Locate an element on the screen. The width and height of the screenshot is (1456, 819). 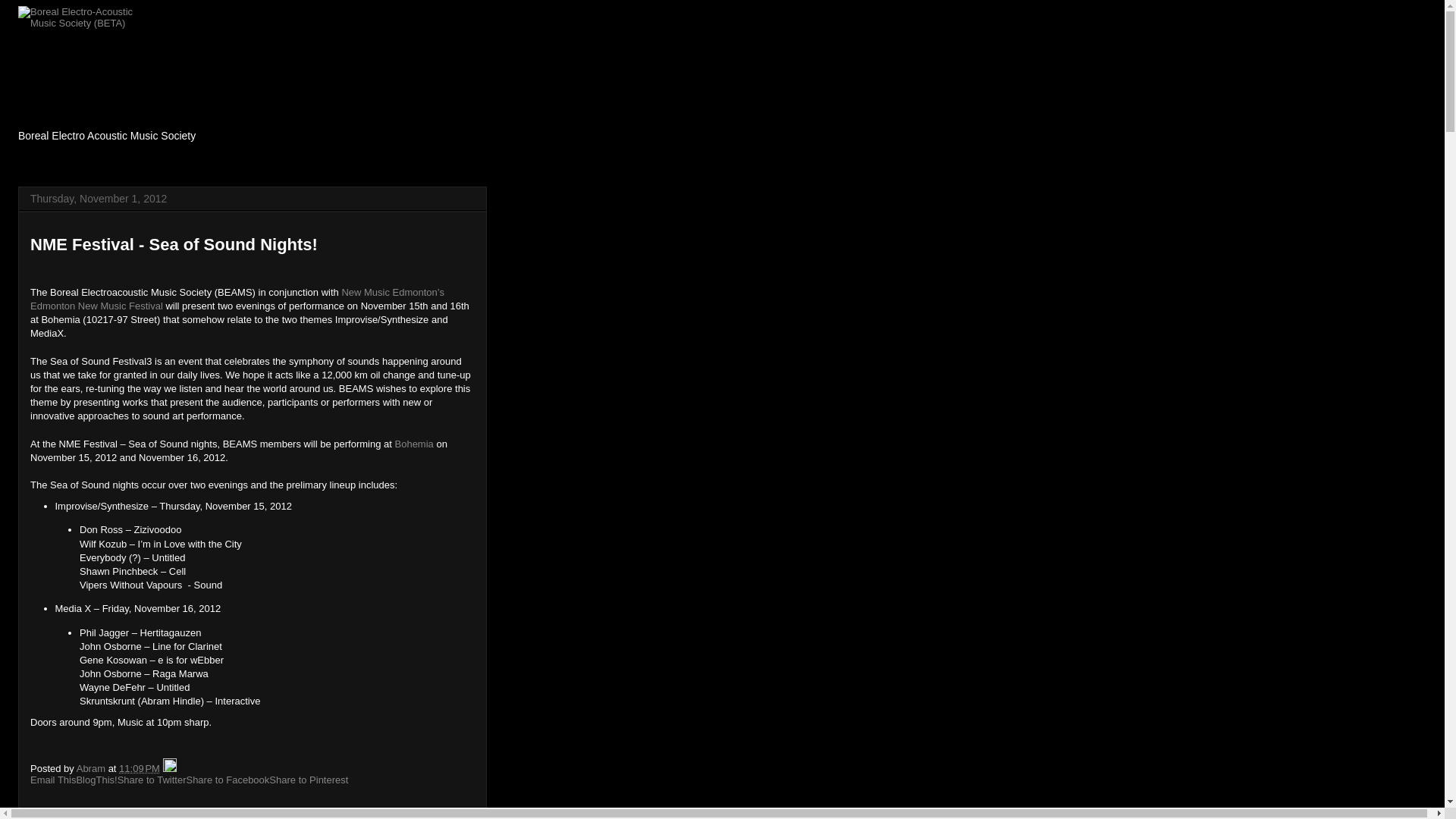
'Edit Post' is located at coordinates (170, 768).